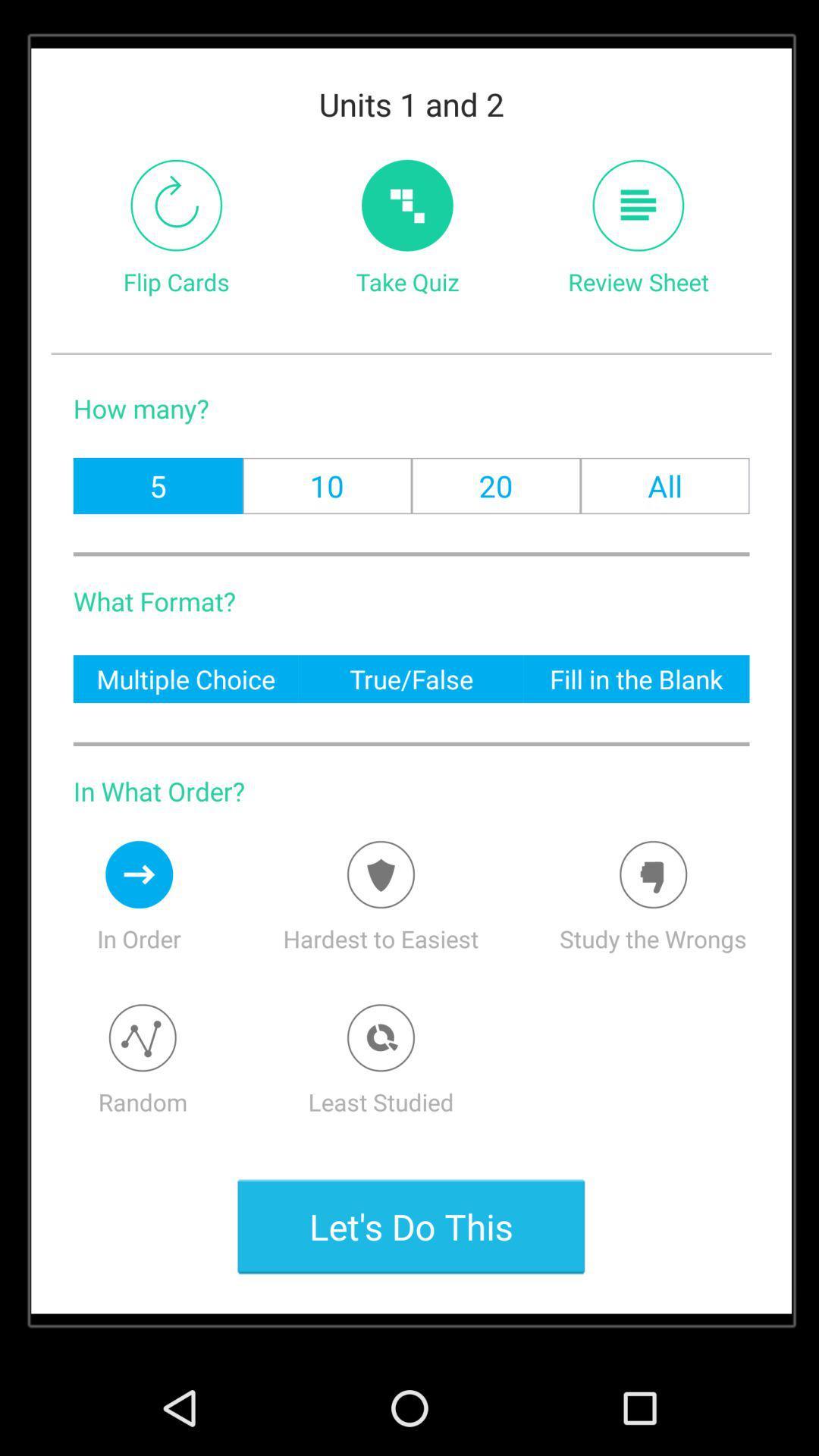 The width and height of the screenshot is (819, 1456). I want to click on study the wrongs, so click(652, 874).